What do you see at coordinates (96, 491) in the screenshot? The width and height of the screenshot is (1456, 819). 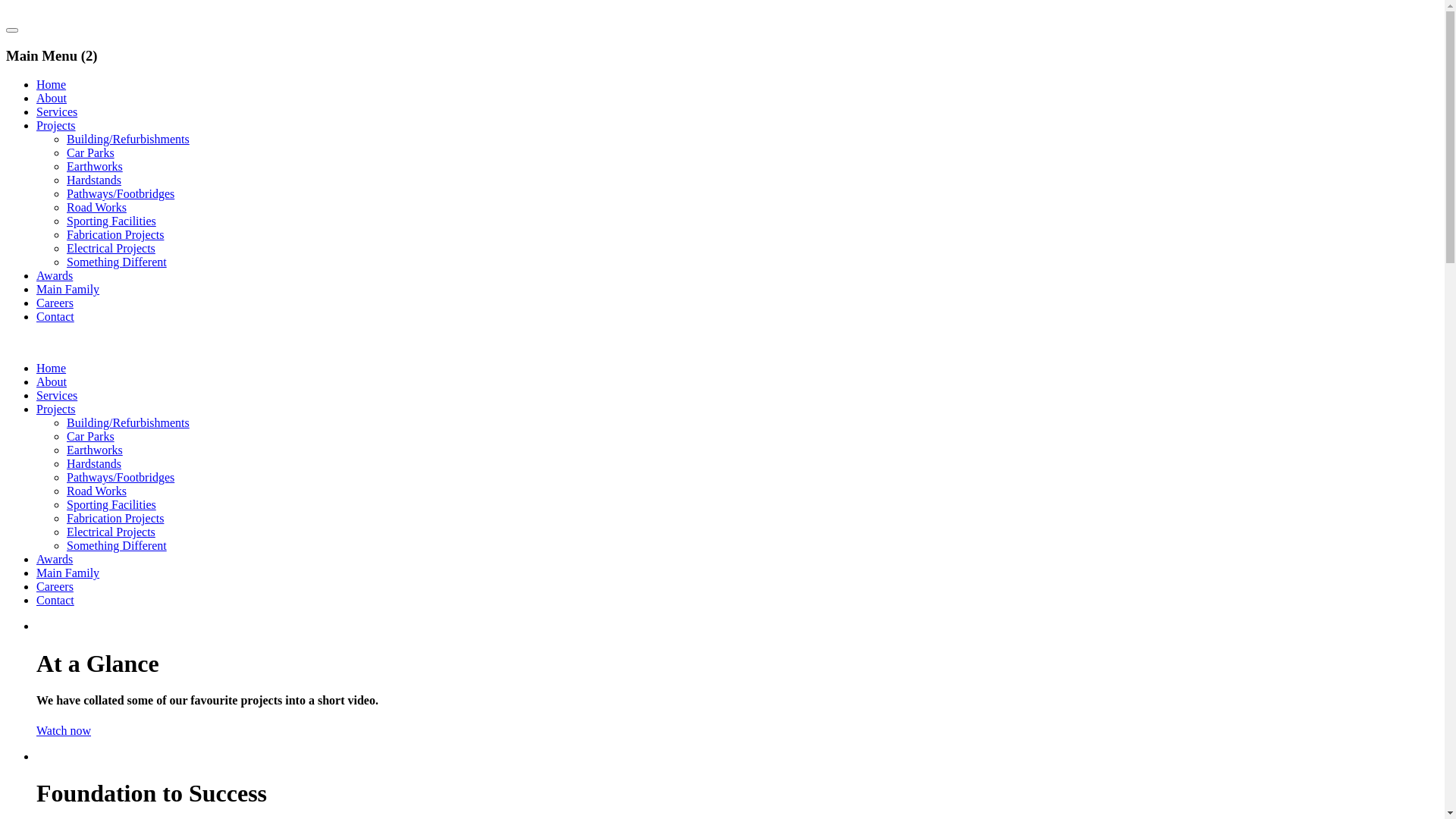 I see `'Road Works'` at bounding box center [96, 491].